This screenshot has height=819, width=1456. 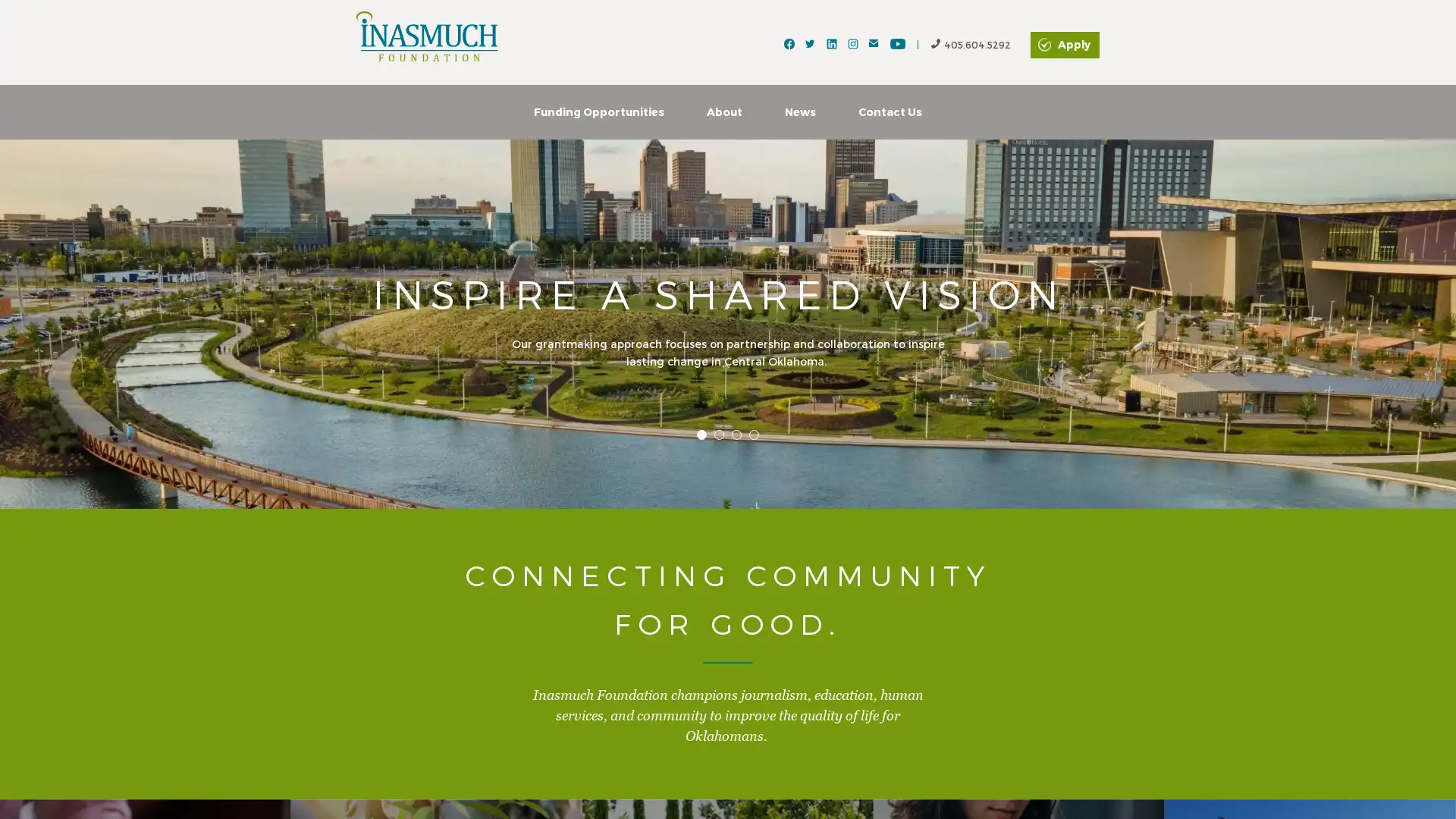 What do you see at coordinates (754, 434) in the screenshot?
I see `4` at bounding box center [754, 434].